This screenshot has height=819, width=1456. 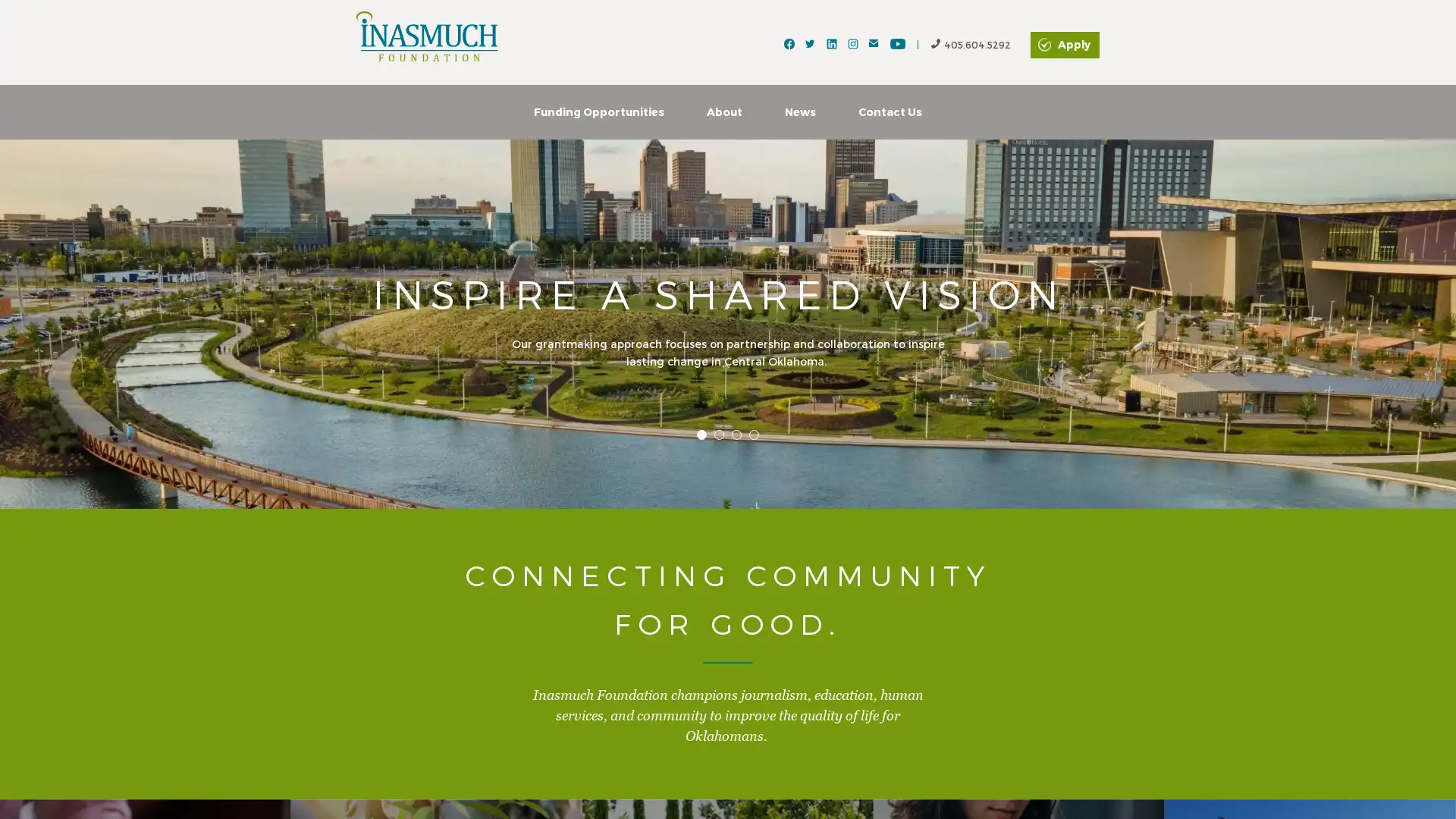 What do you see at coordinates (754, 434) in the screenshot?
I see `4` at bounding box center [754, 434].